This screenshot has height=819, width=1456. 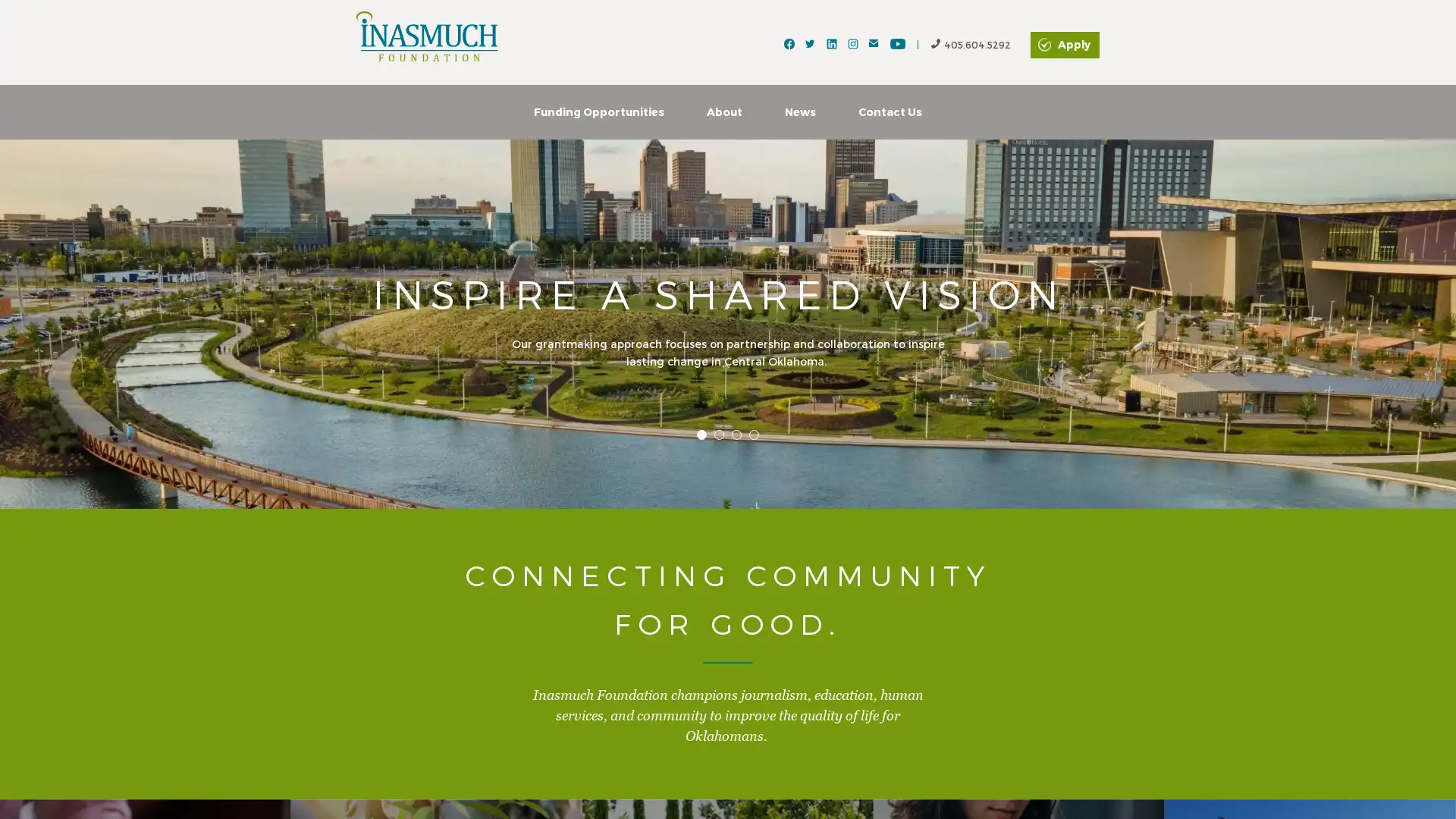 What do you see at coordinates (754, 434) in the screenshot?
I see `4` at bounding box center [754, 434].